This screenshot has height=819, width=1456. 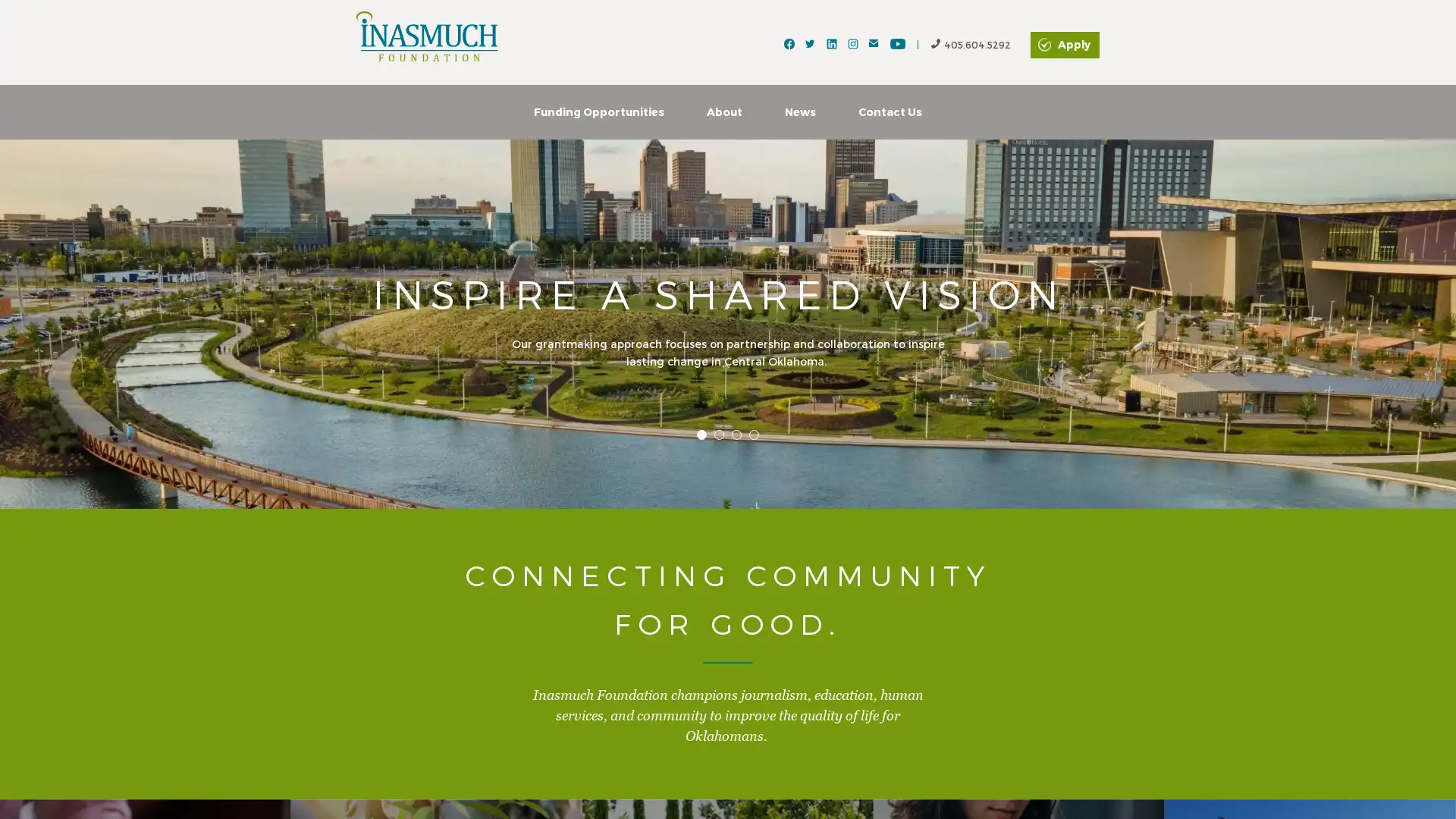 What do you see at coordinates (754, 434) in the screenshot?
I see `4` at bounding box center [754, 434].